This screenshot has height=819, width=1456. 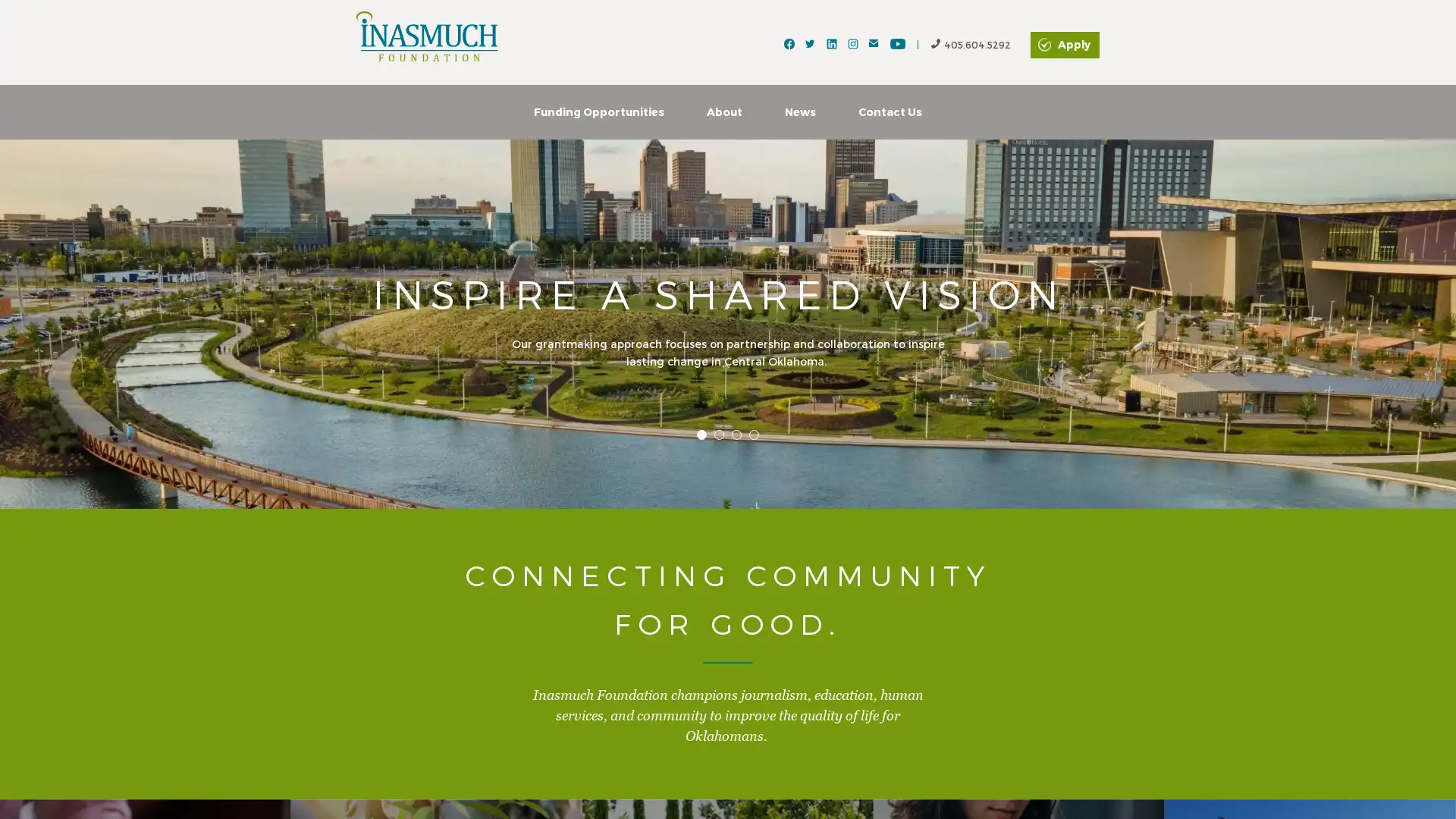 What do you see at coordinates (754, 434) in the screenshot?
I see `4` at bounding box center [754, 434].